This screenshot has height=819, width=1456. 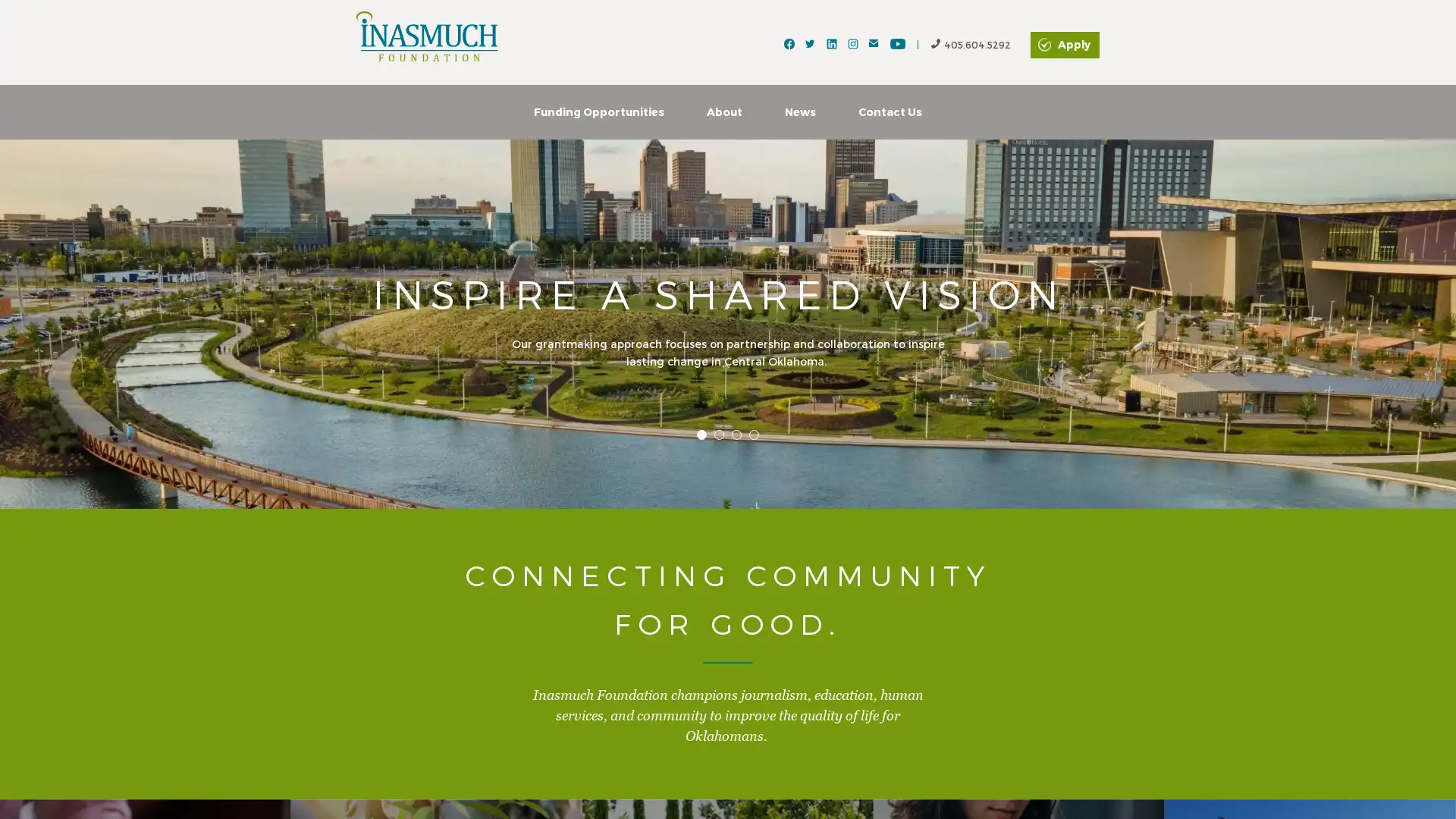 What do you see at coordinates (754, 434) in the screenshot?
I see `4` at bounding box center [754, 434].